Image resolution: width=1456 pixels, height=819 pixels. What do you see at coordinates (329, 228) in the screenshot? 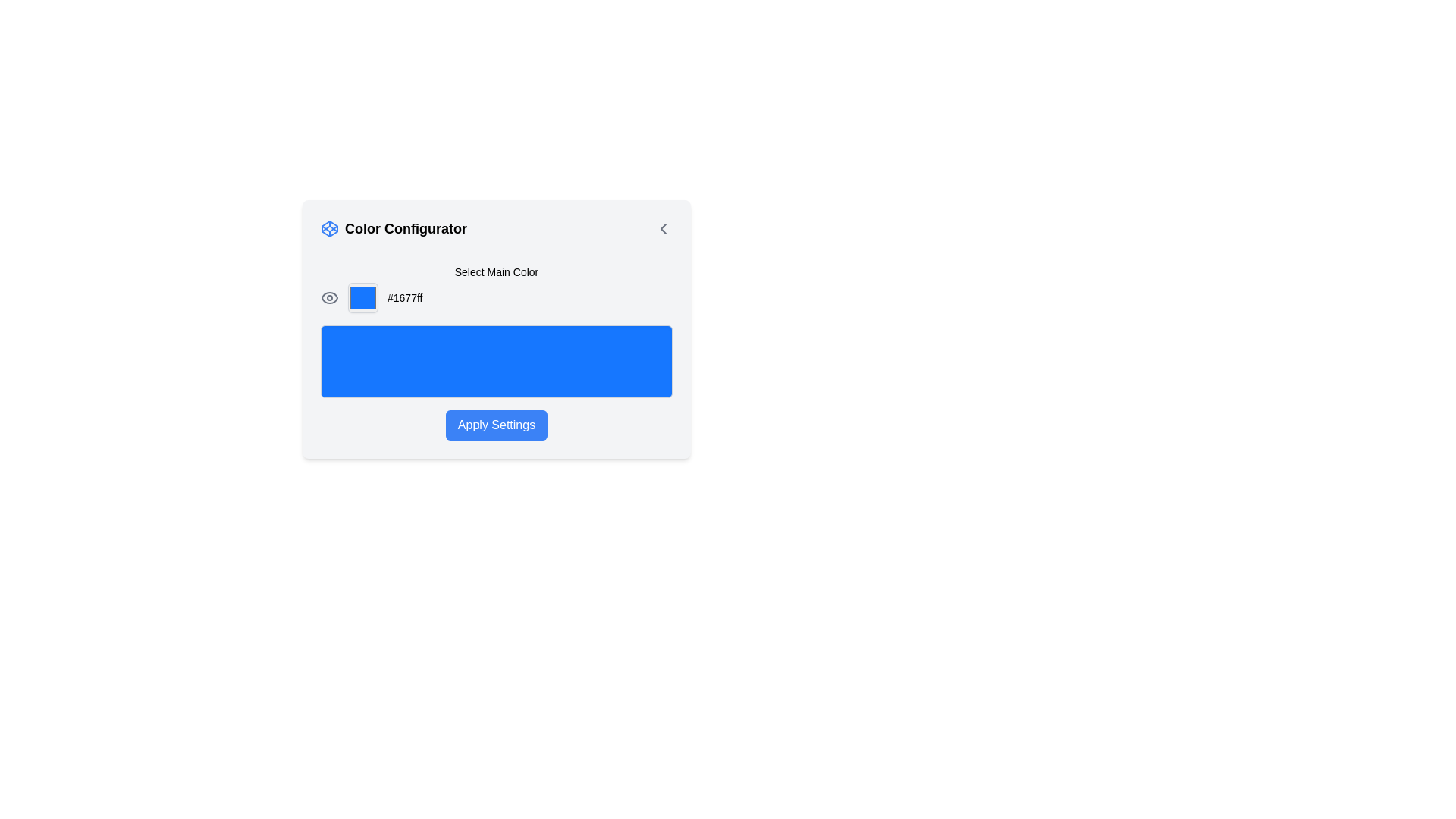
I see `the SVG icon resembling the Codepen logo, which is located to the left of the 'Color Configurator' text in the header area of the panel` at bounding box center [329, 228].